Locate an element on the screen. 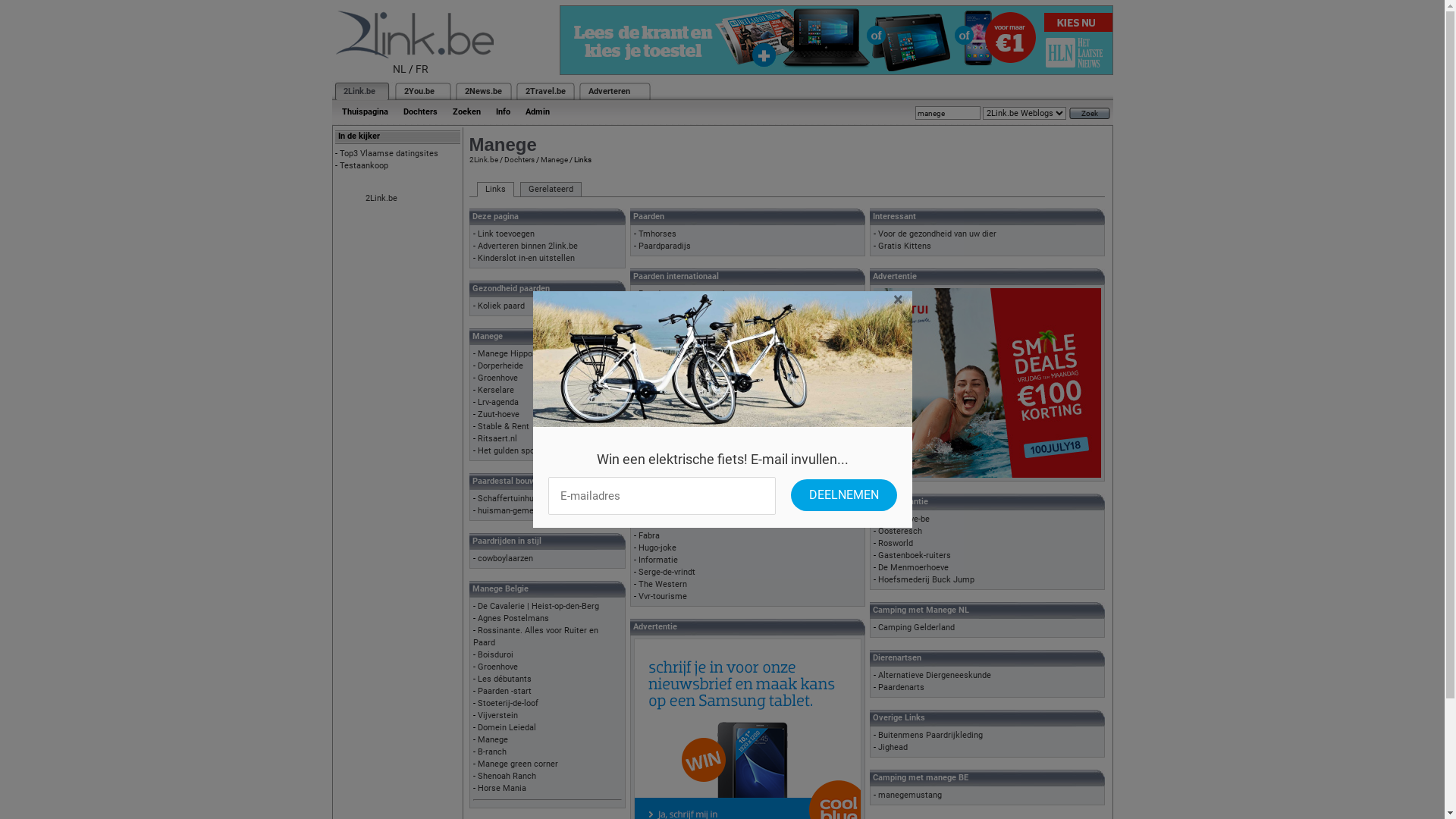  'Paardenarts' is located at coordinates (901, 687).